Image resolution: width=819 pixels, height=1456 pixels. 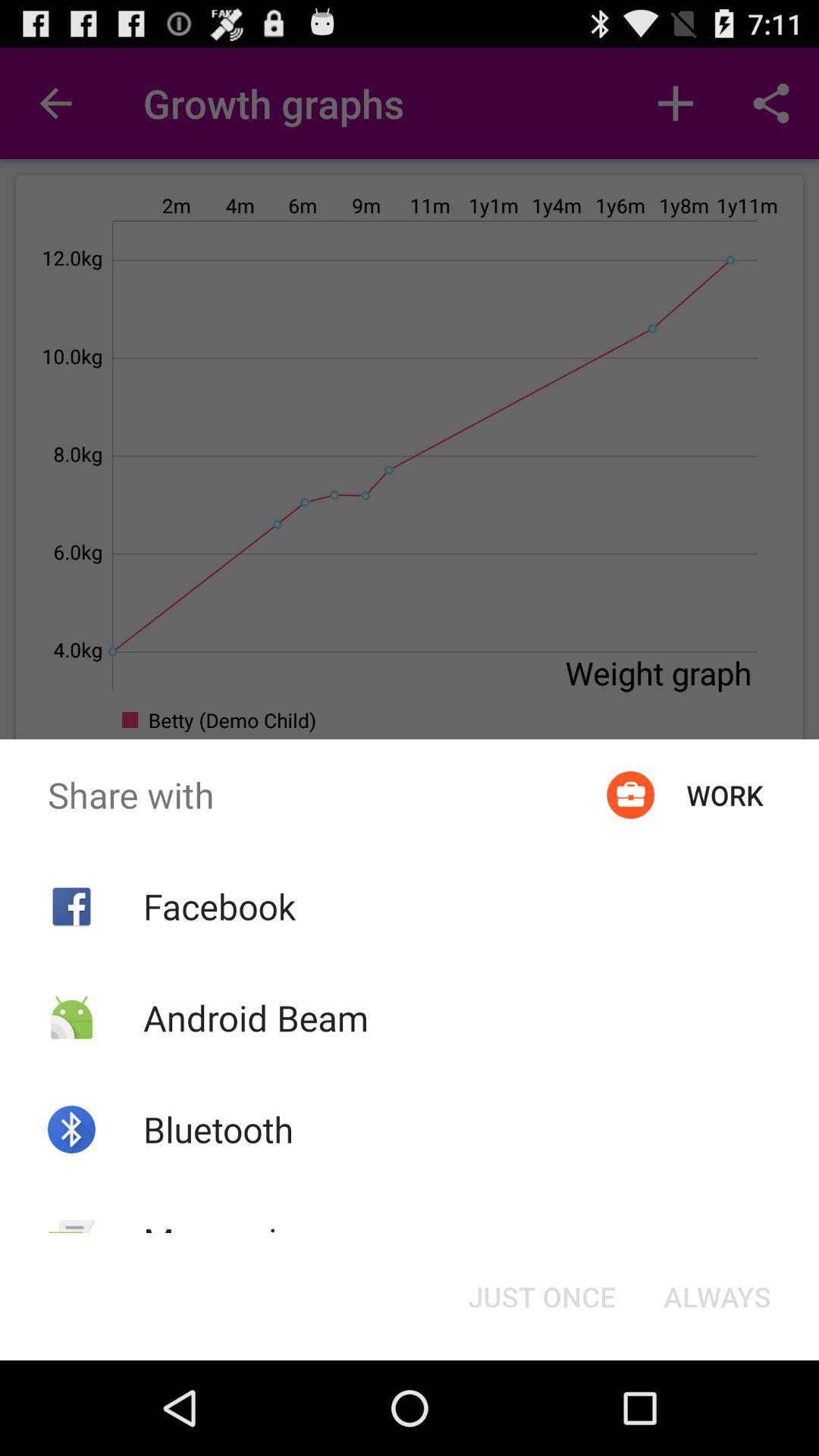 What do you see at coordinates (218, 1129) in the screenshot?
I see `the icon above the messaging icon` at bounding box center [218, 1129].